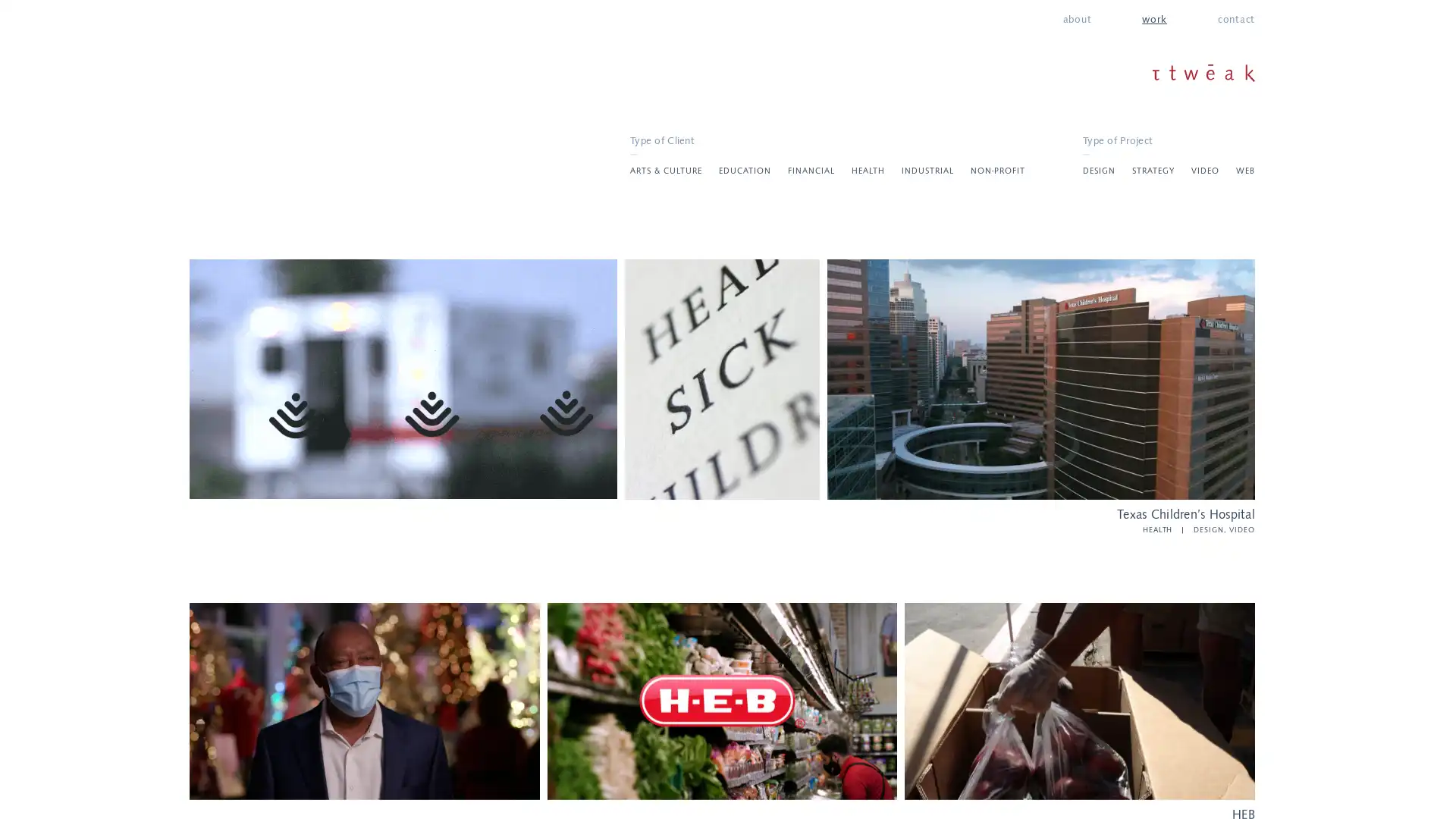 The height and width of the screenshot is (819, 1456). What do you see at coordinates (1099, 171) in the screenshot?
I see `DESIGN` at bounding box center [1099, 171].